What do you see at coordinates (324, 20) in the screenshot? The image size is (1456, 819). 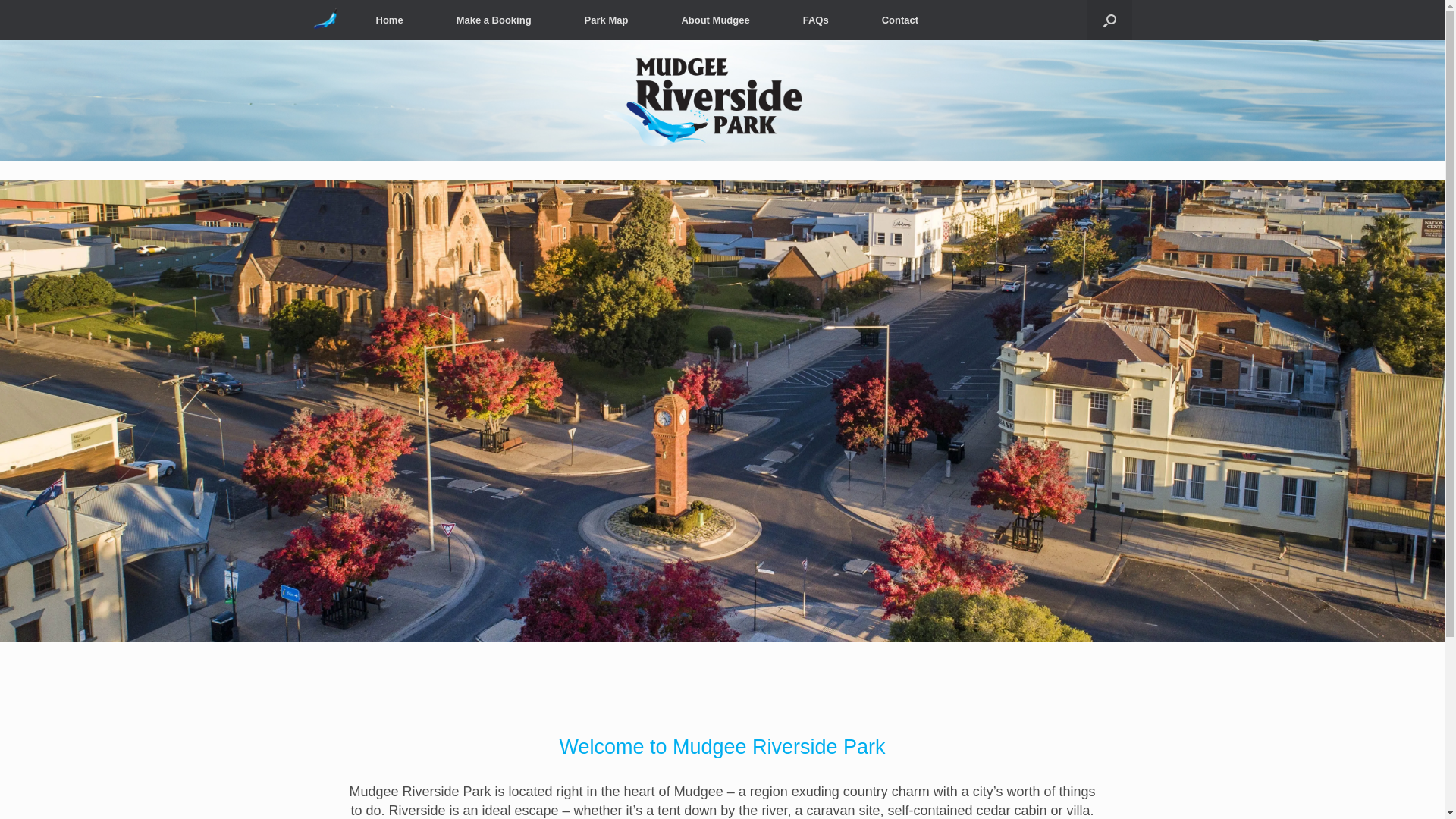 I see `'Mudgee Riverside Park'` at bounding box center [324, 20].